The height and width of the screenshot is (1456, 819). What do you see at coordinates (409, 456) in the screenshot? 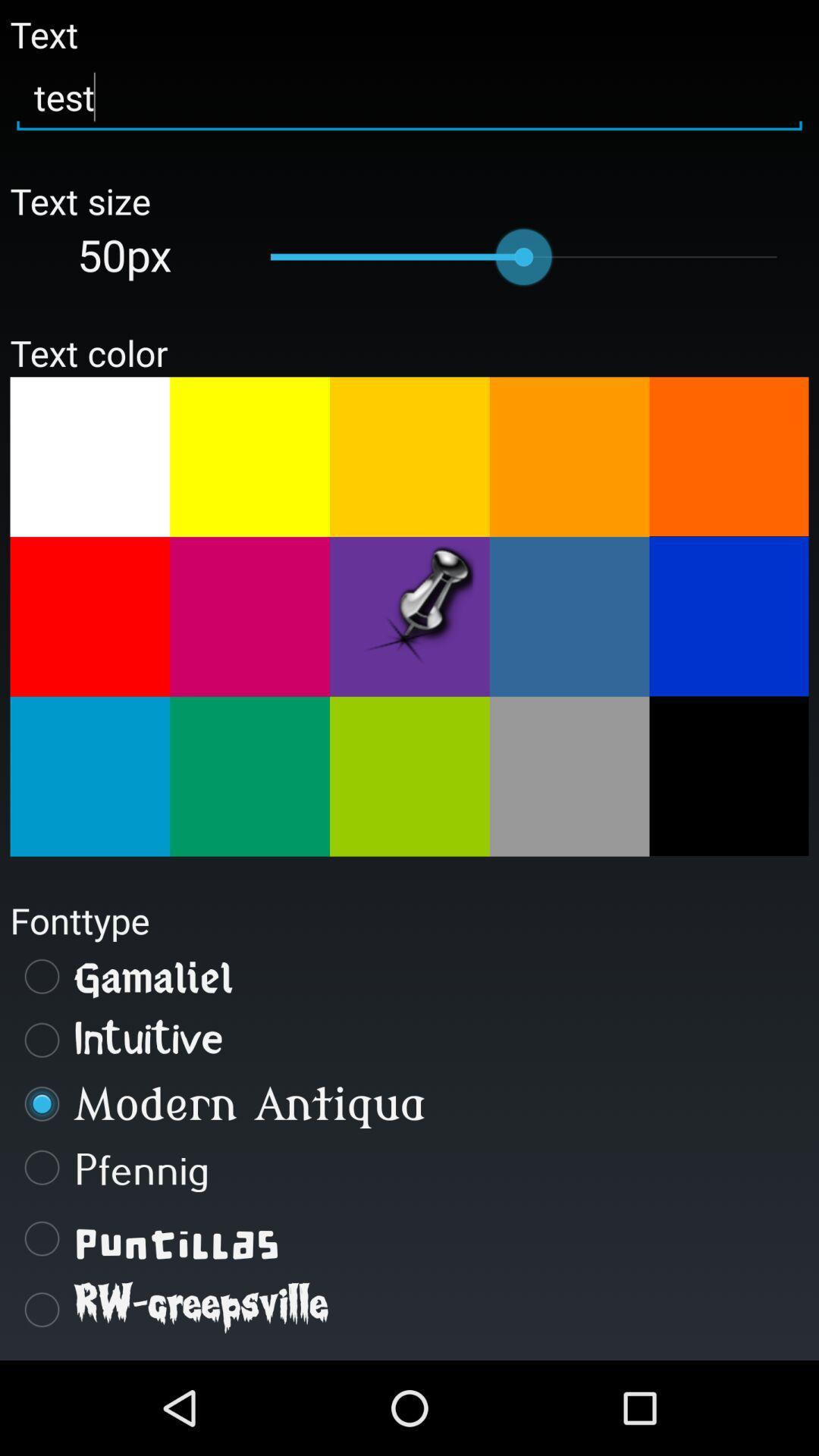
I see `text color light orange` at bounding box center [409, 456].